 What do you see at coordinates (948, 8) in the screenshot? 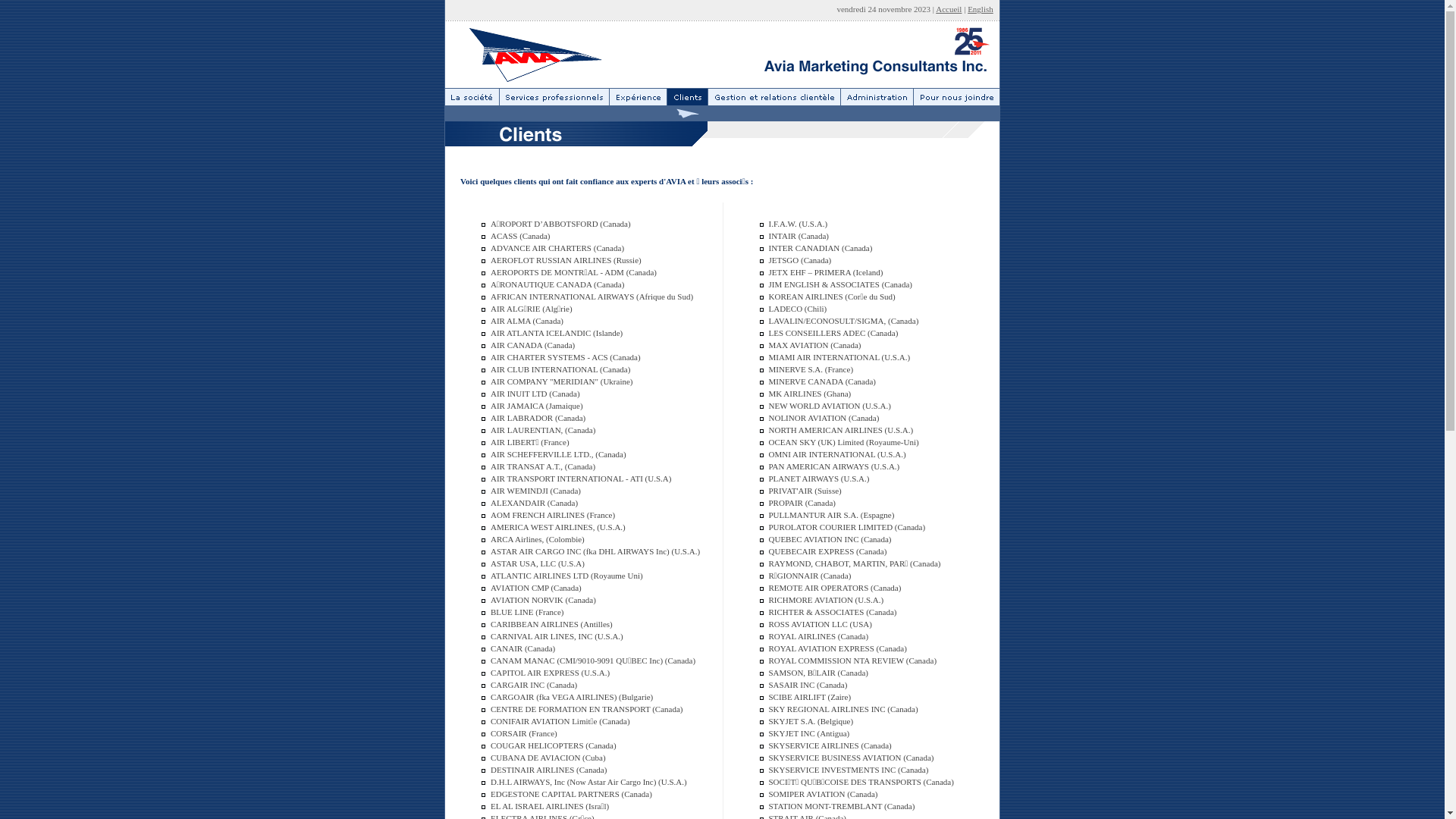
I see `'Accueil'` at bounding box center [948, 8].